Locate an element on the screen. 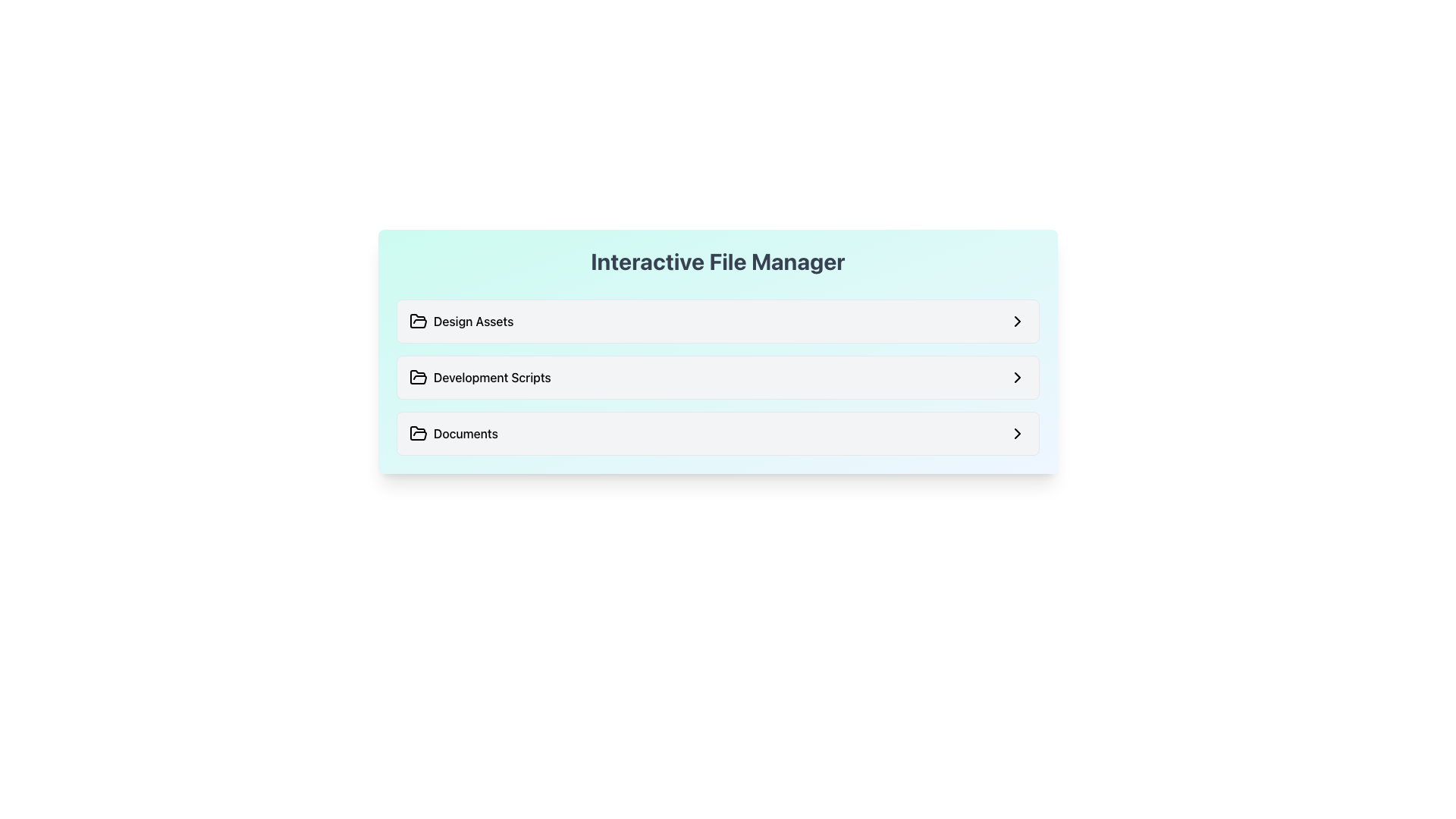  the rightward-pointing chevron icon within the 'Documents' item at the bottom of the vertical list, which serves to indicate an interactive element for navigation or expansion is located at coordinates (1018, 433).